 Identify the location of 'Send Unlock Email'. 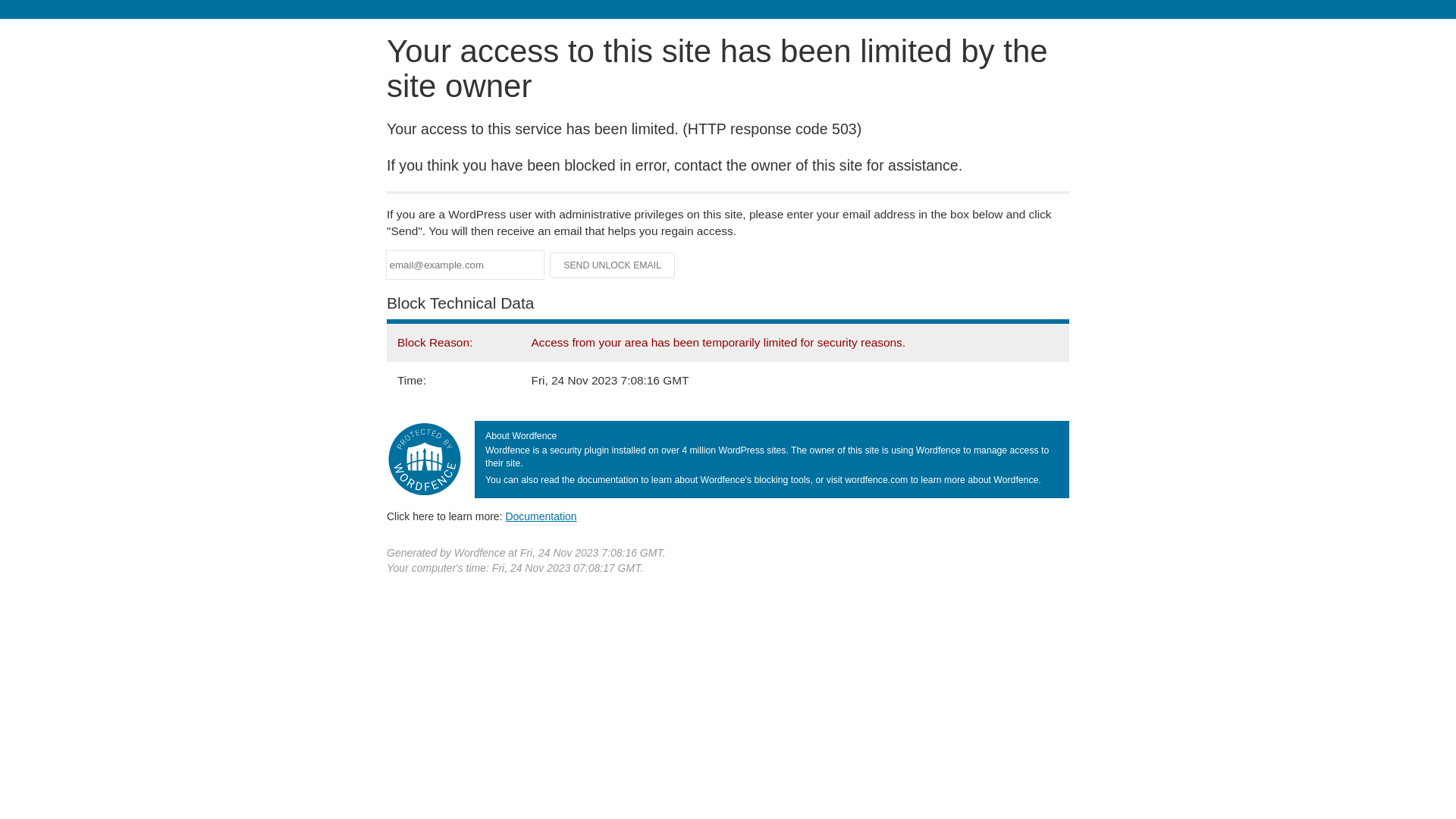
(612, 265).